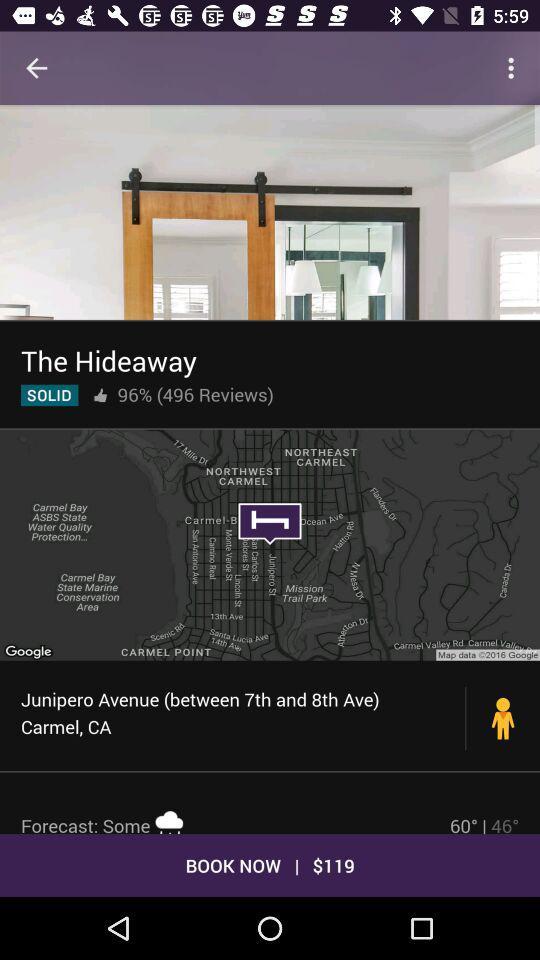 The width and height of the screenshot is (540, 960). I want to click on item at the top left corner, so click(36, 68).